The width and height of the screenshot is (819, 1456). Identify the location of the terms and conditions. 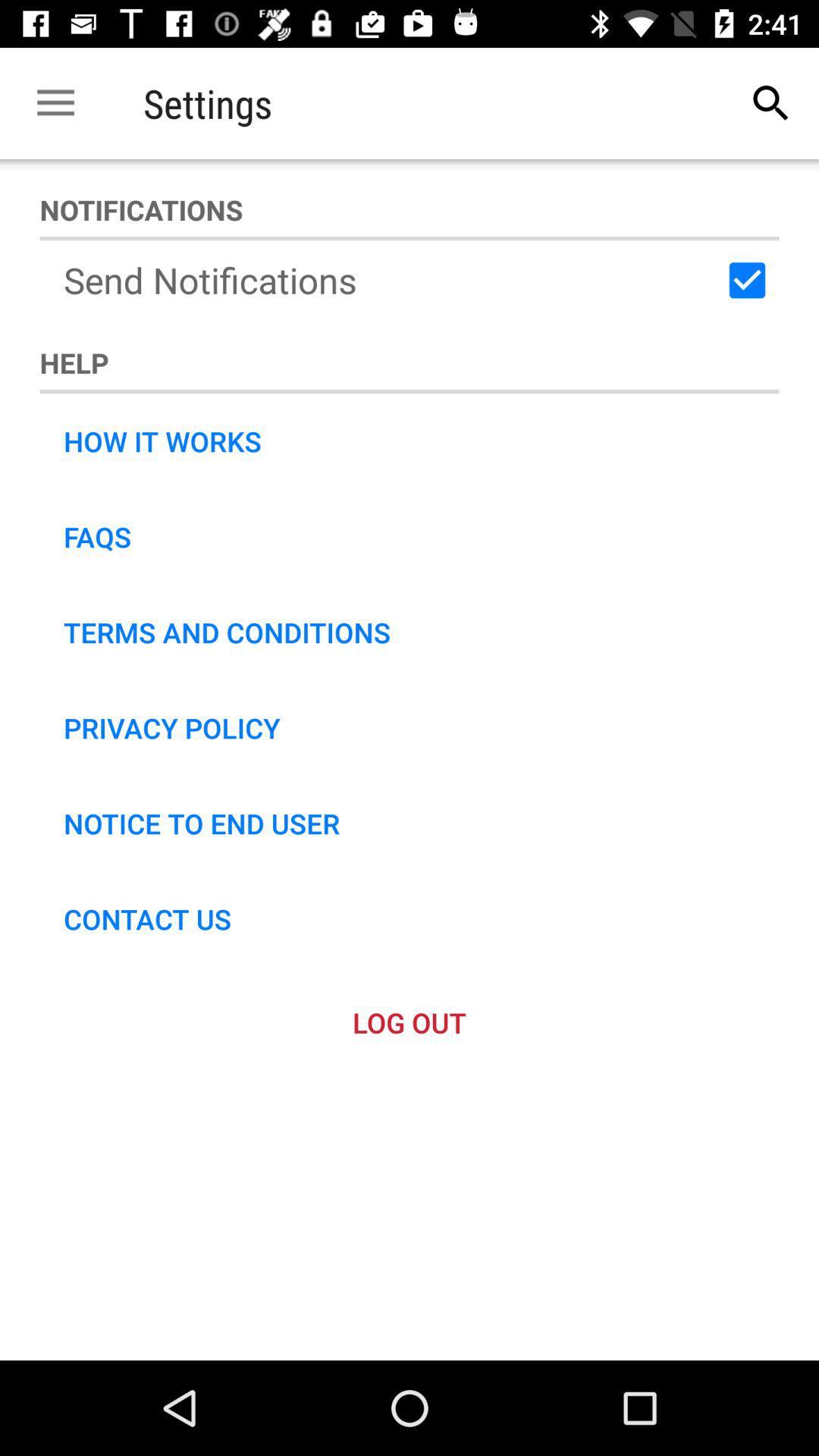
(227, 632).